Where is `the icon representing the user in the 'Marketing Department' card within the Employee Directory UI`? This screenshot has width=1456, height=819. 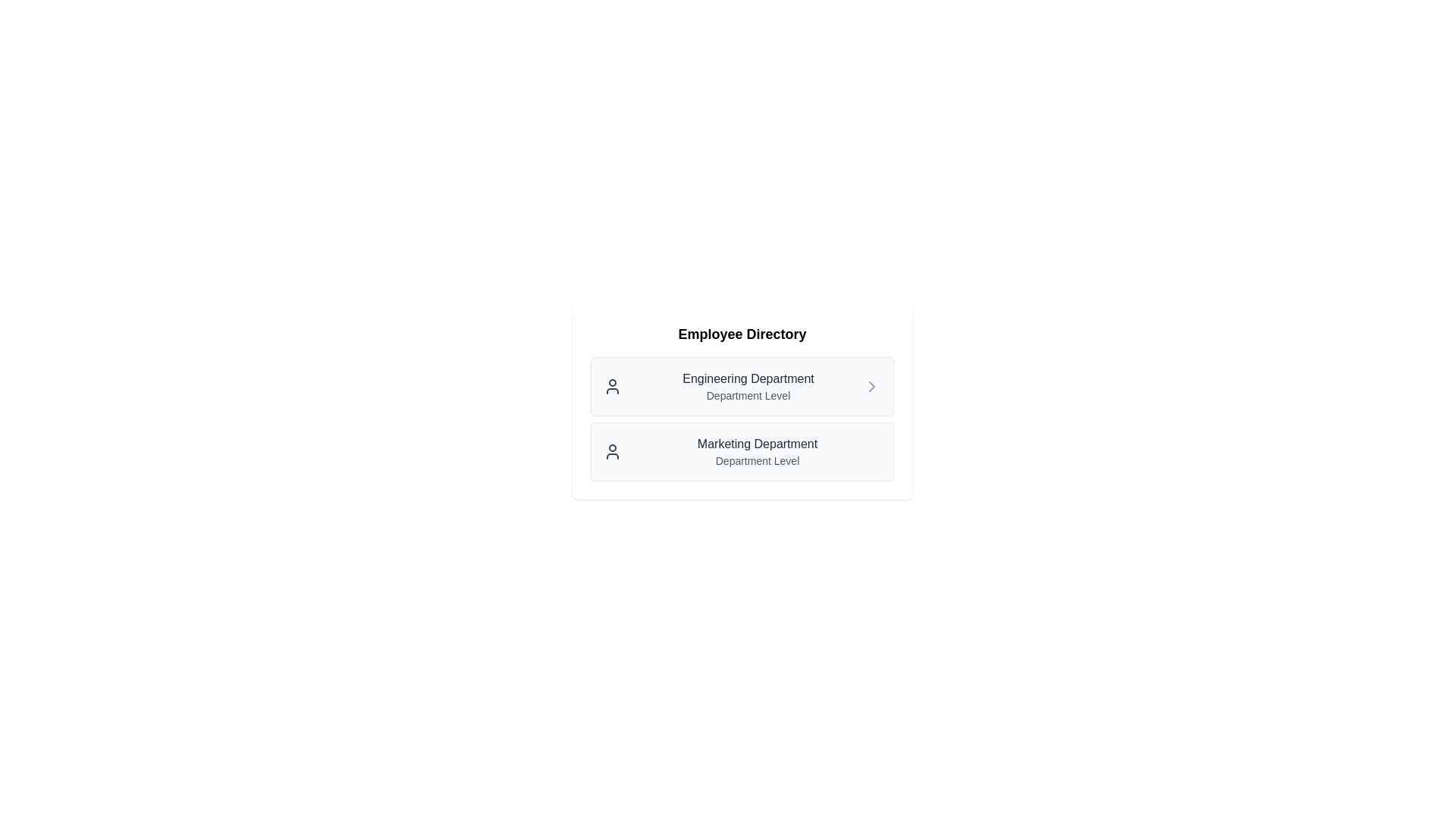 the icon representing the user in the 'Marketing Department' card within the Employee Directory UI is located at coordinates (612, 451).